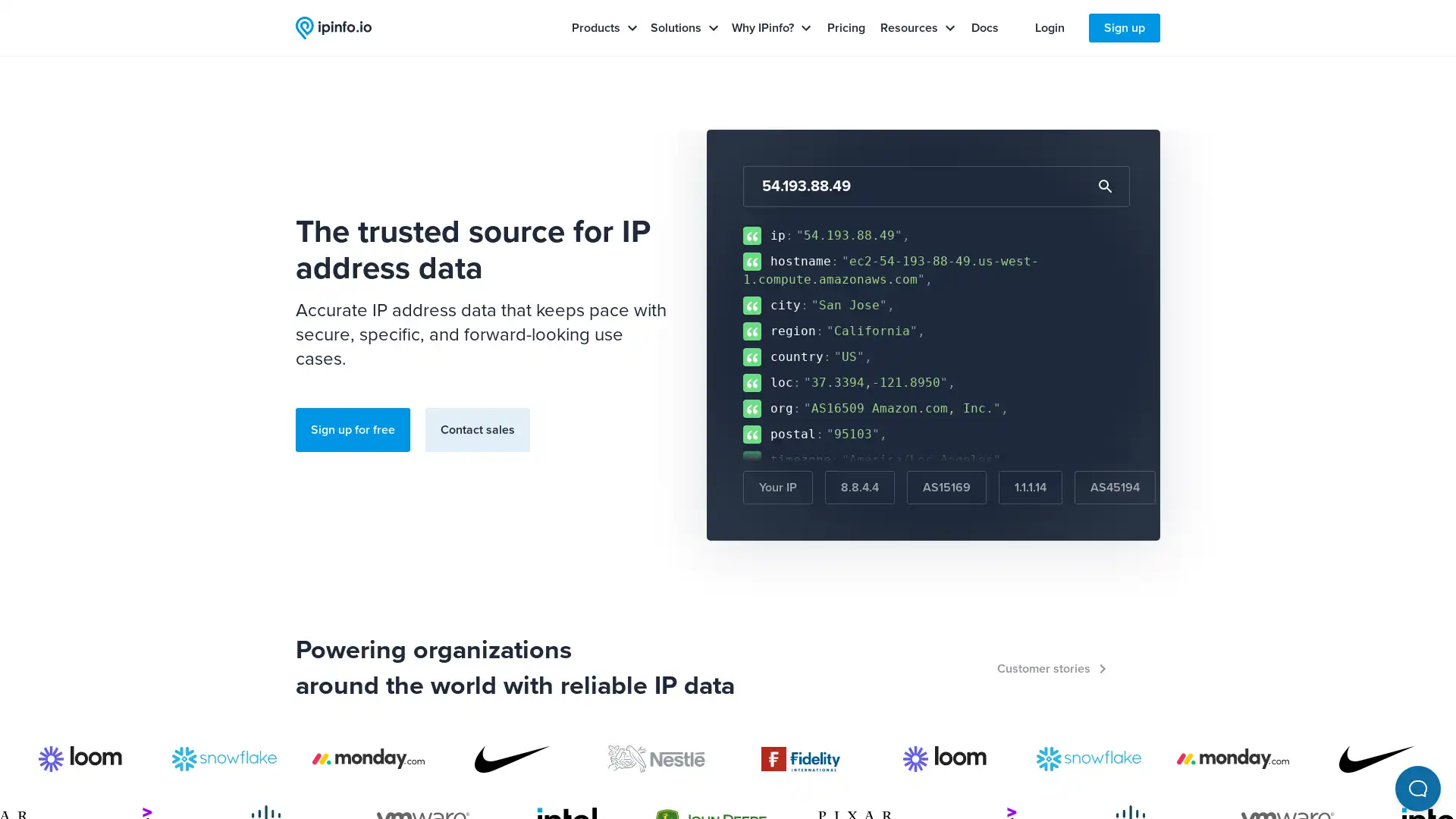  I want to click on Solutions, so click(684, 28).